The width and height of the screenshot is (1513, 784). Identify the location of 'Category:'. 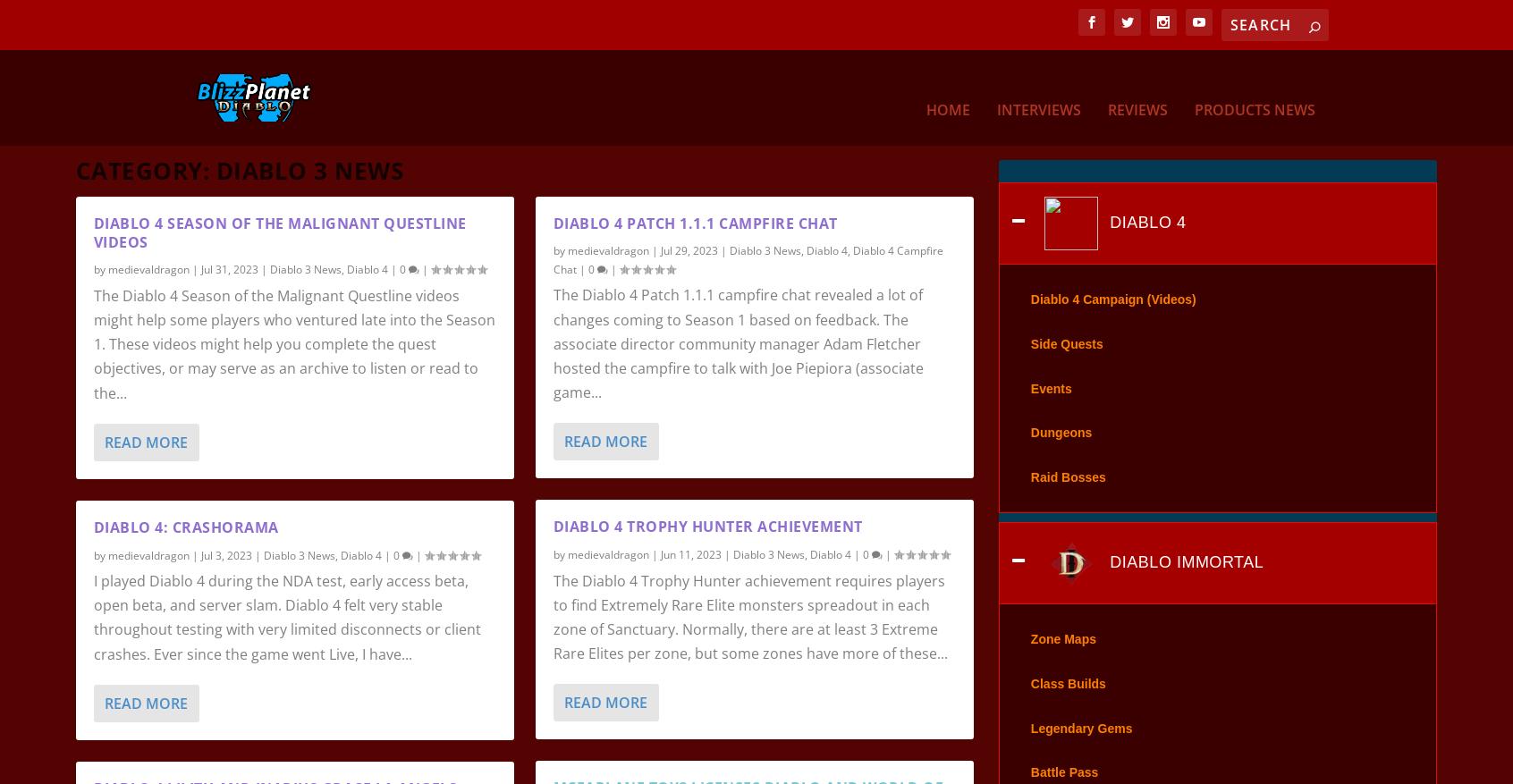
(144, 194).